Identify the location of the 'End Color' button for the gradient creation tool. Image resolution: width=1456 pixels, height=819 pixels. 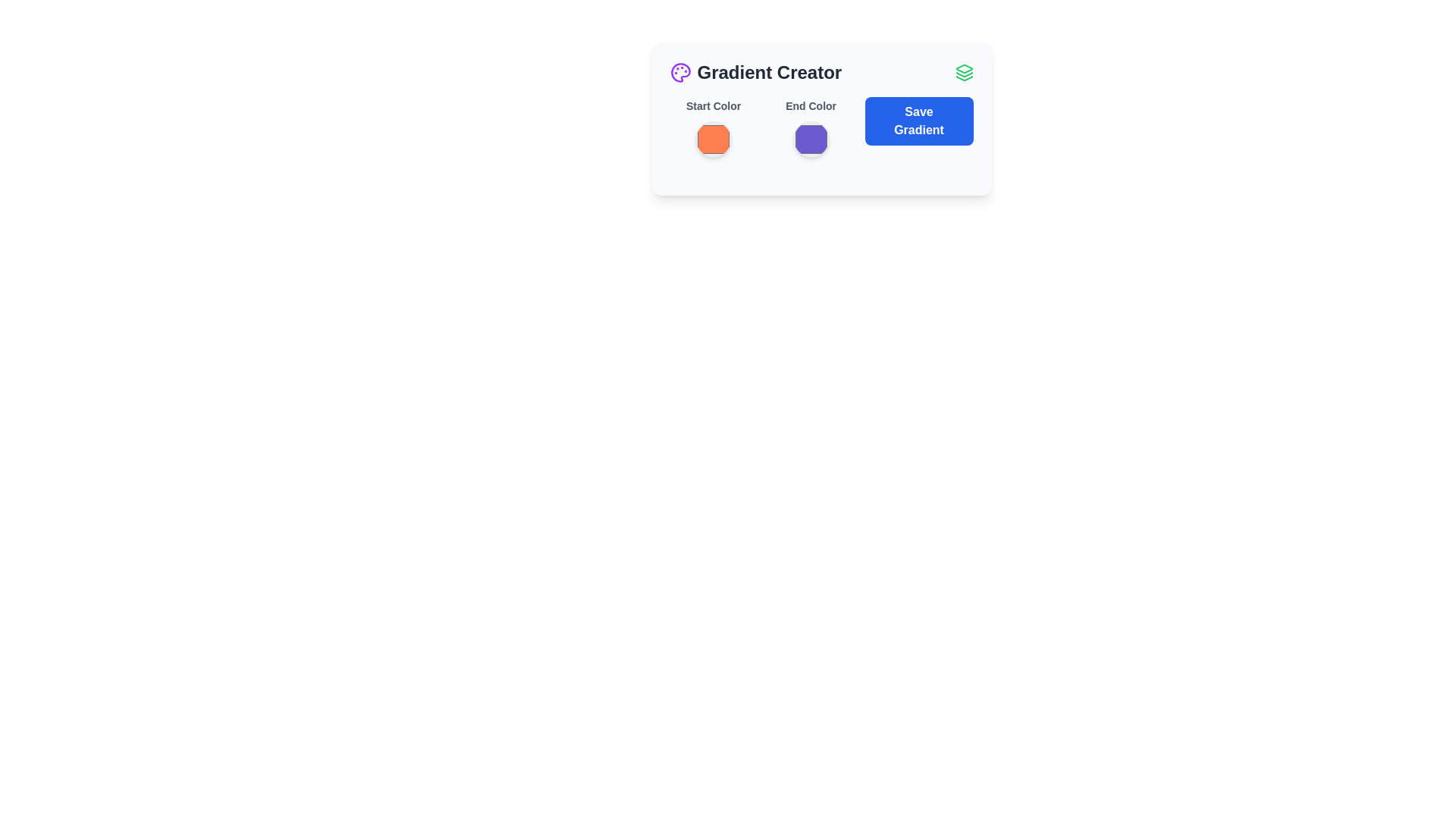
(810, 140).